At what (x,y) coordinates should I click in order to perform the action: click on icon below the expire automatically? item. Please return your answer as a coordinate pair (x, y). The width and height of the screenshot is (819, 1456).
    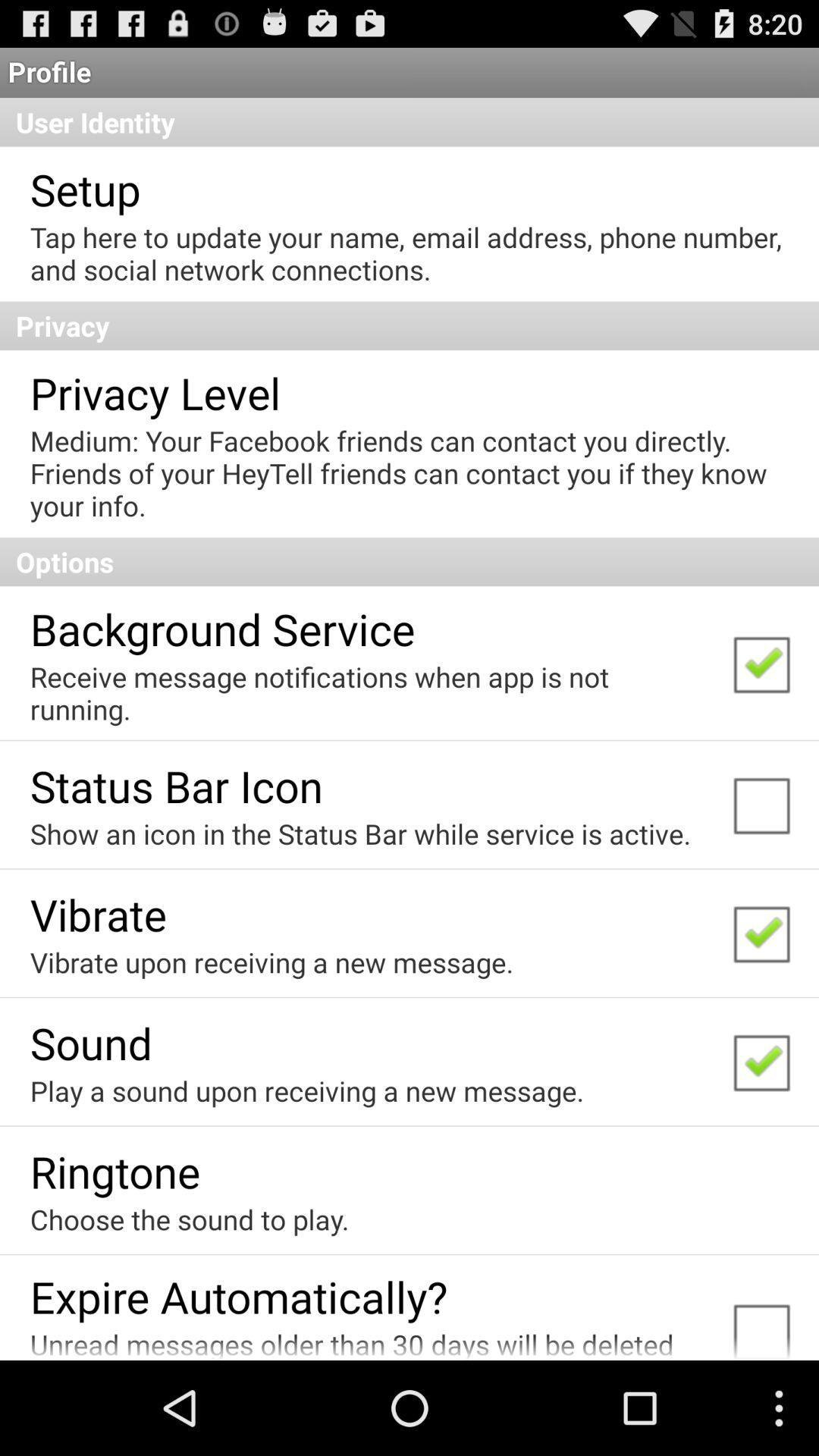
    Looking at the image, I should click on (371, 1343).